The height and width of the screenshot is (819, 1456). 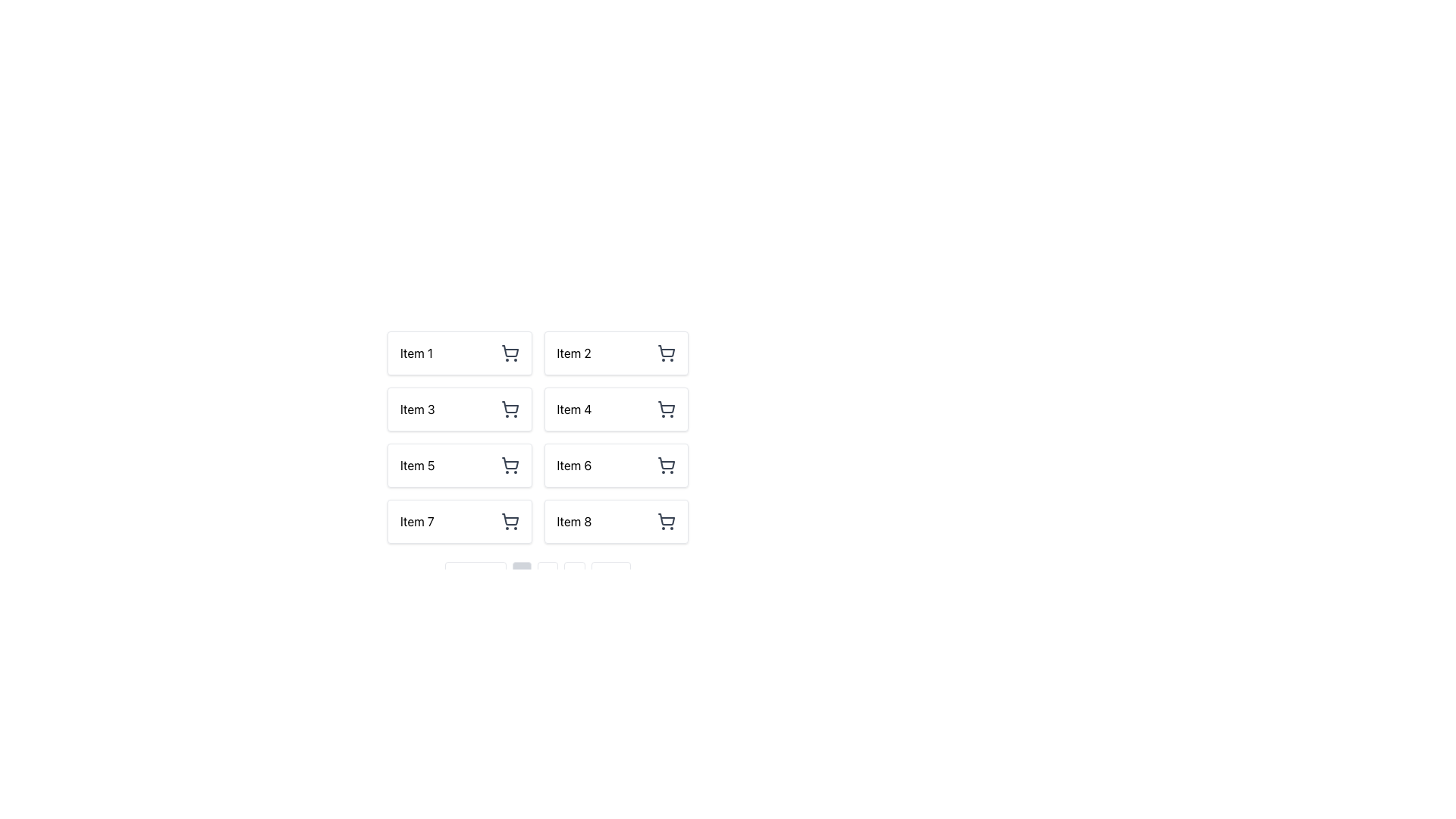 What do you see at coordinates (666, 353) in the screenshot?
I see `the shopping cart icon, which features a modern minimalist design in gray, located next to the label 'Item 2'` at bounding box center [666, 353].